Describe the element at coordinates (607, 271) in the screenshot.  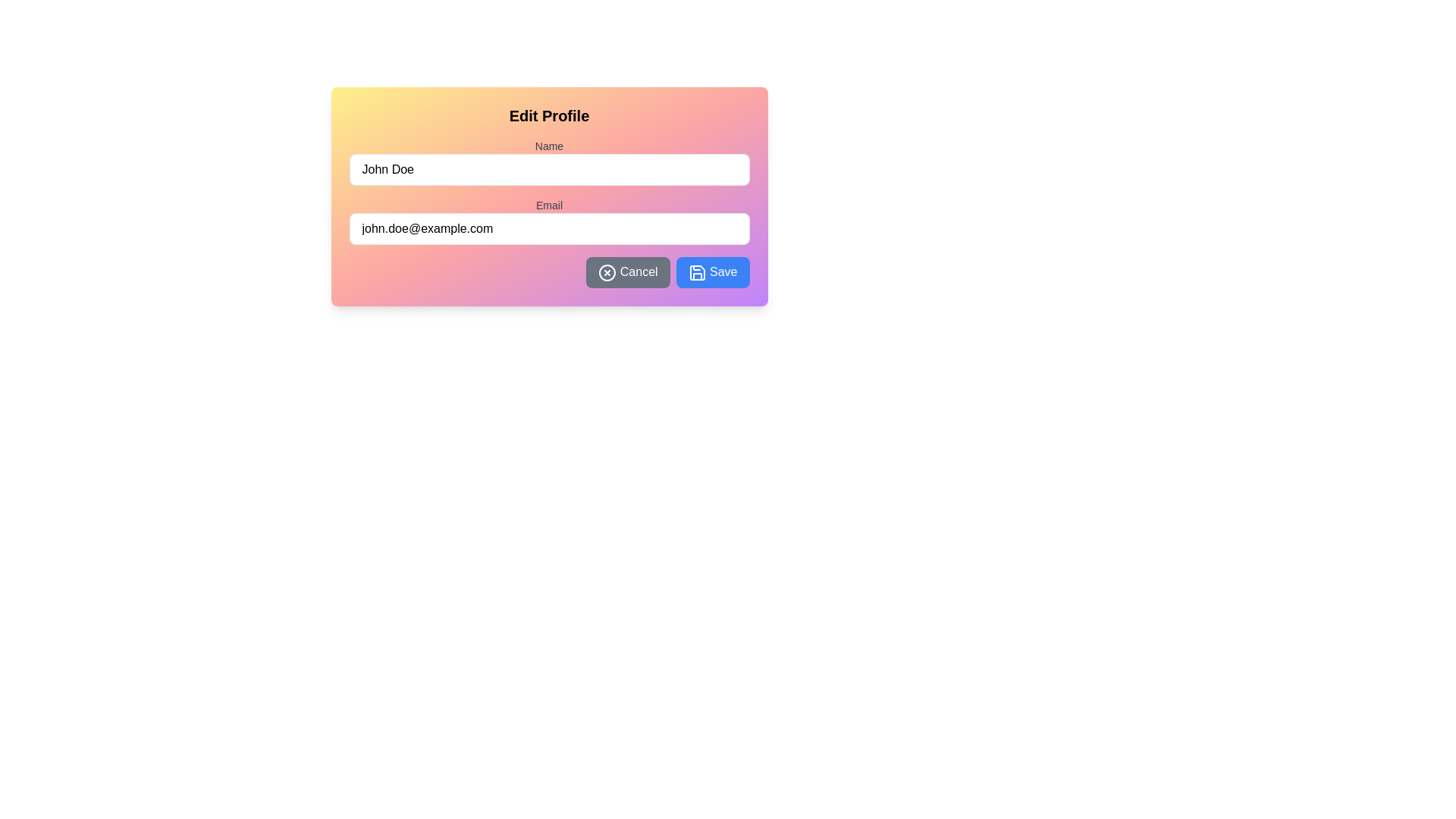
I see `the decorative icon that visually indicates the cancel operation, located centrally within the Cancel button in the Edit Profile dialog box` at that location.